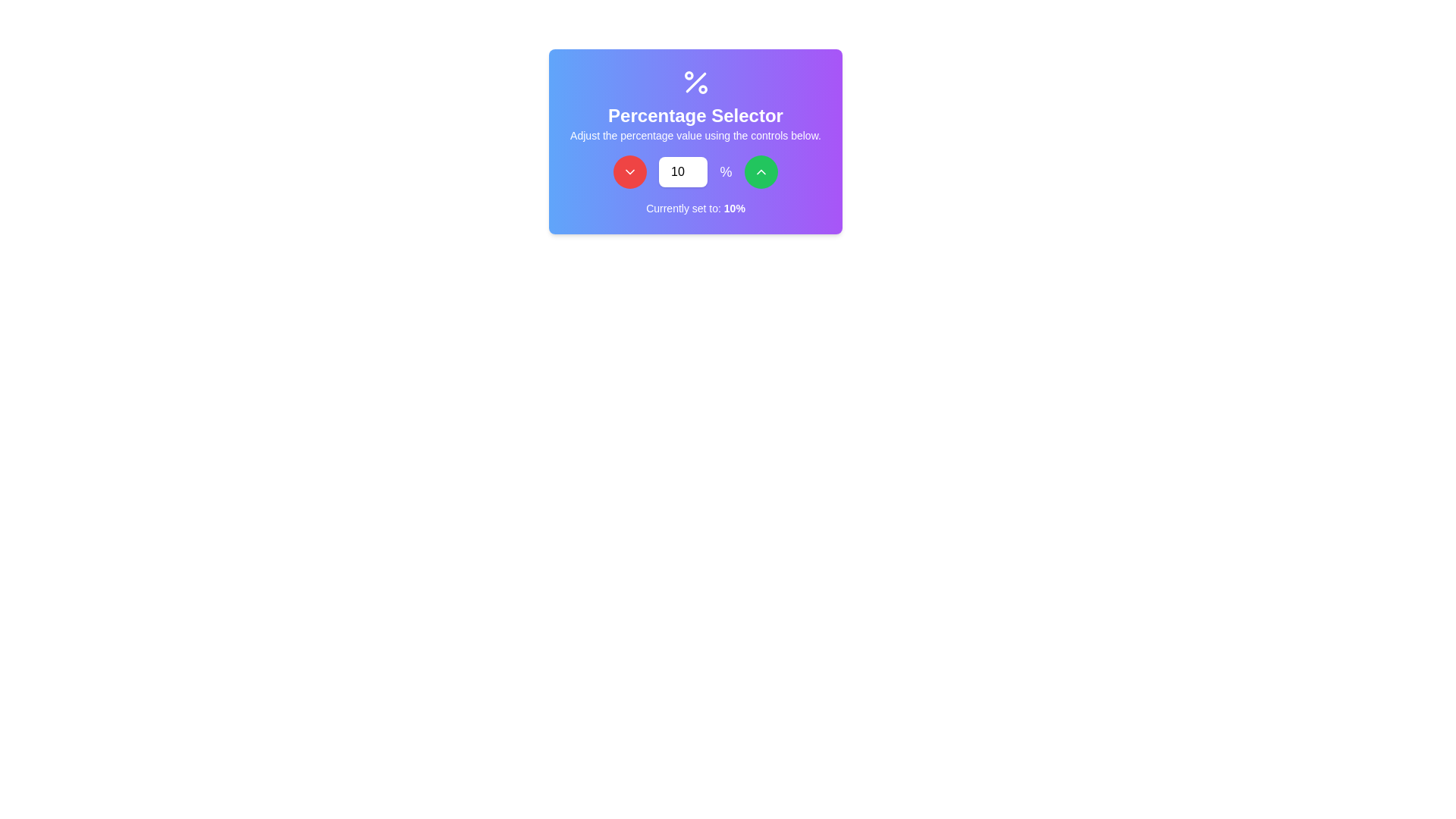 The width and height of the screenshot is (1456, 819). I want to click on the Label that visually indicates the percentage value next to the numeric input box and to the left of the green button with an upward arrow, so click(725, 171).